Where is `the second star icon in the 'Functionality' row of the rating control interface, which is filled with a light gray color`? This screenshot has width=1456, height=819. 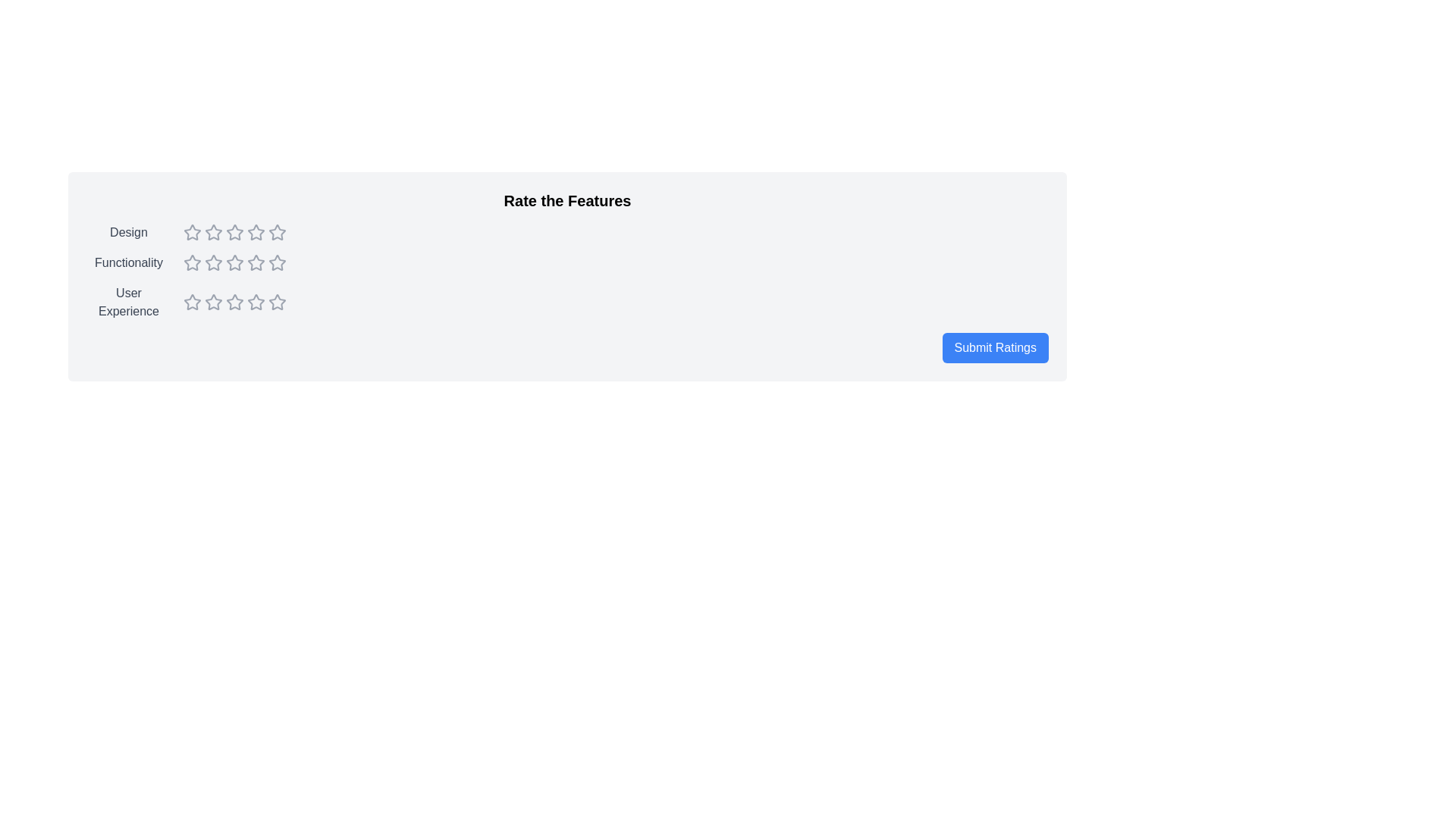
the second star icon in the 'Functionality' row of the rating control interface, which is filled with a light gray color is located at coordinates (234, 262).